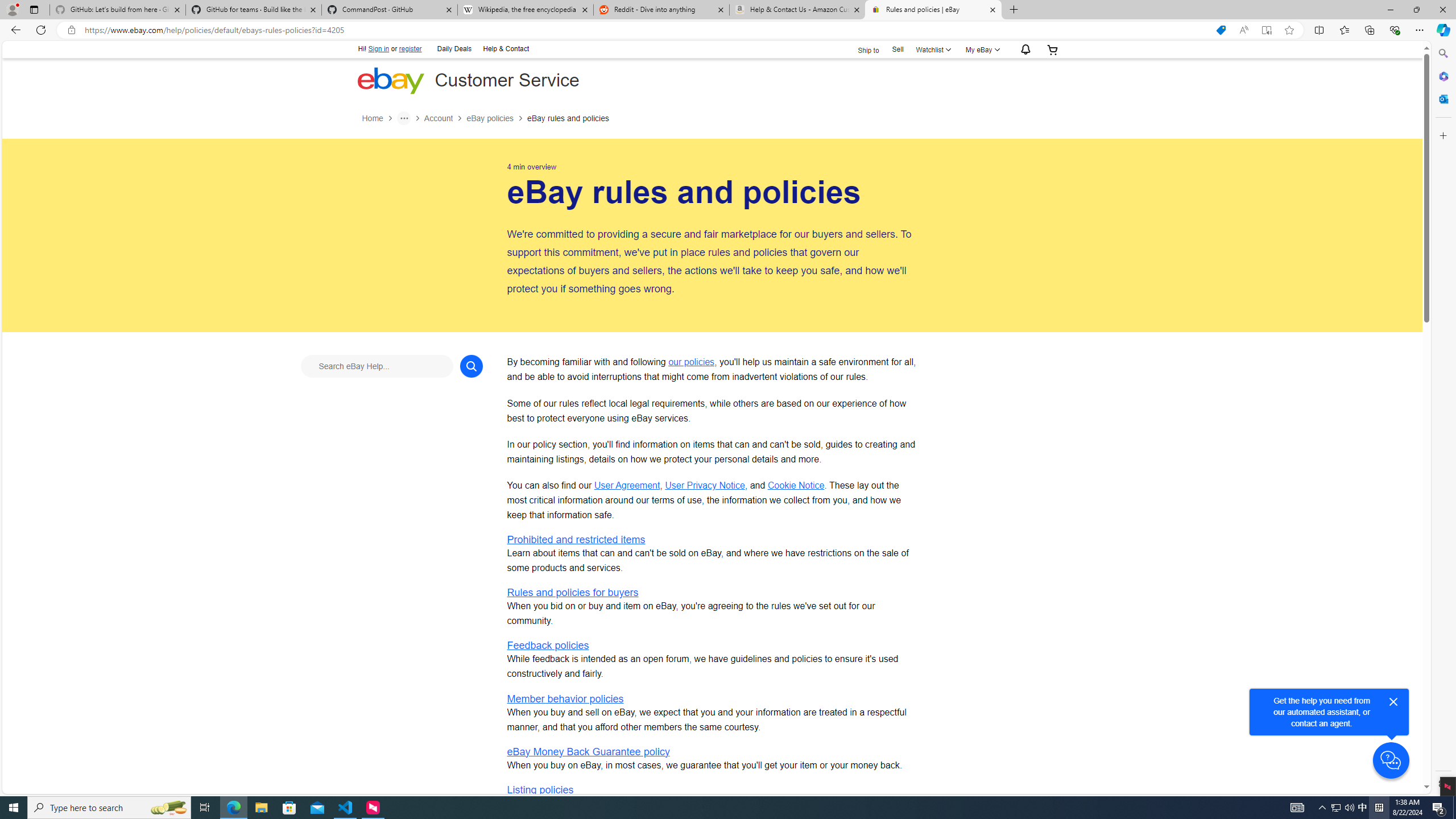 The image size is (1456, 819). What do you see at coordinates (588, 751) in the screenshot?
I see `'eBay Money Back Guarantee policy'` at bounding box center [588, 751].